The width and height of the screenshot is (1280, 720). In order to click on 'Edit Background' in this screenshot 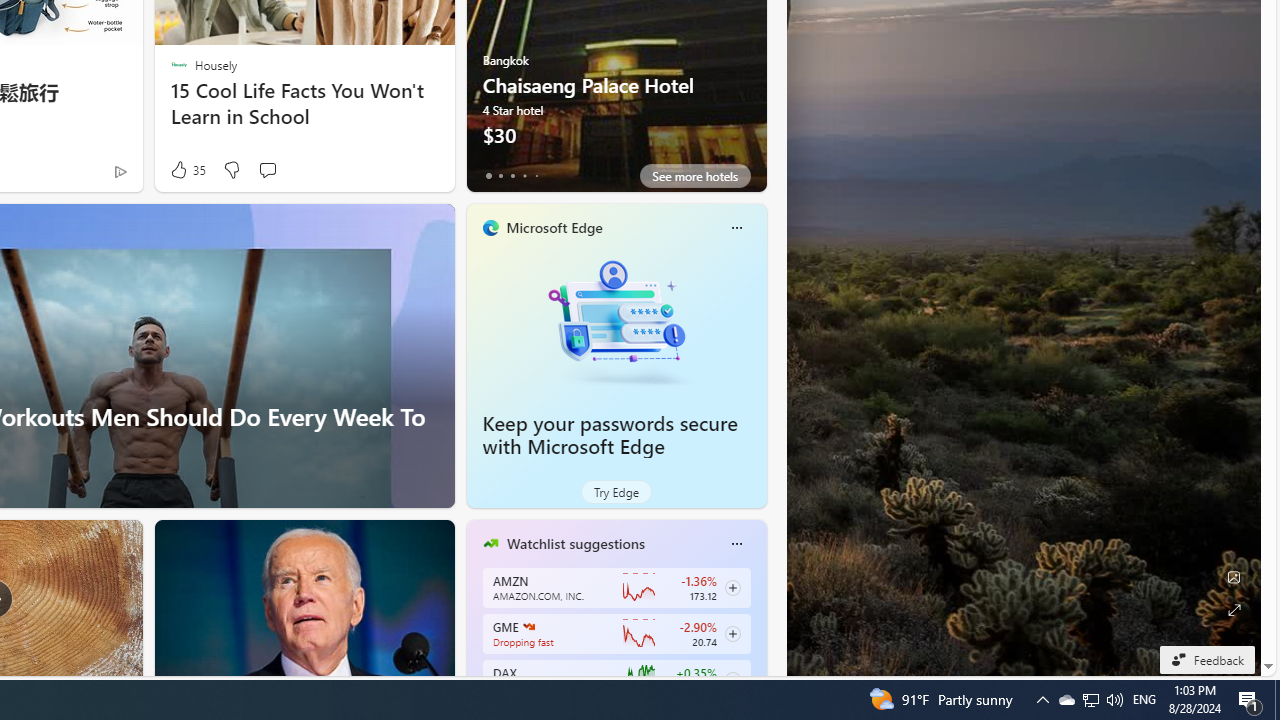, I will do `click(1232, 577)`.